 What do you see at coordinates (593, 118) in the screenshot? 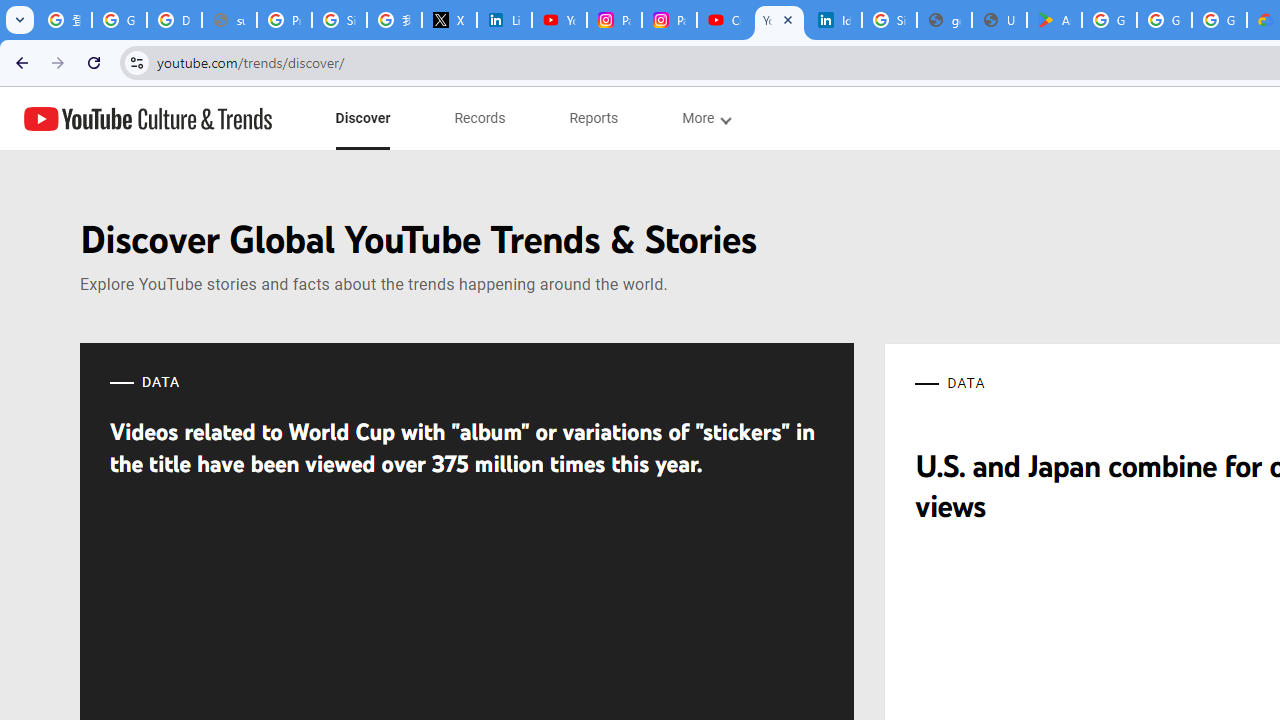
I see `'subnav-Reports menupopup'` at bounding box center [593, 118].